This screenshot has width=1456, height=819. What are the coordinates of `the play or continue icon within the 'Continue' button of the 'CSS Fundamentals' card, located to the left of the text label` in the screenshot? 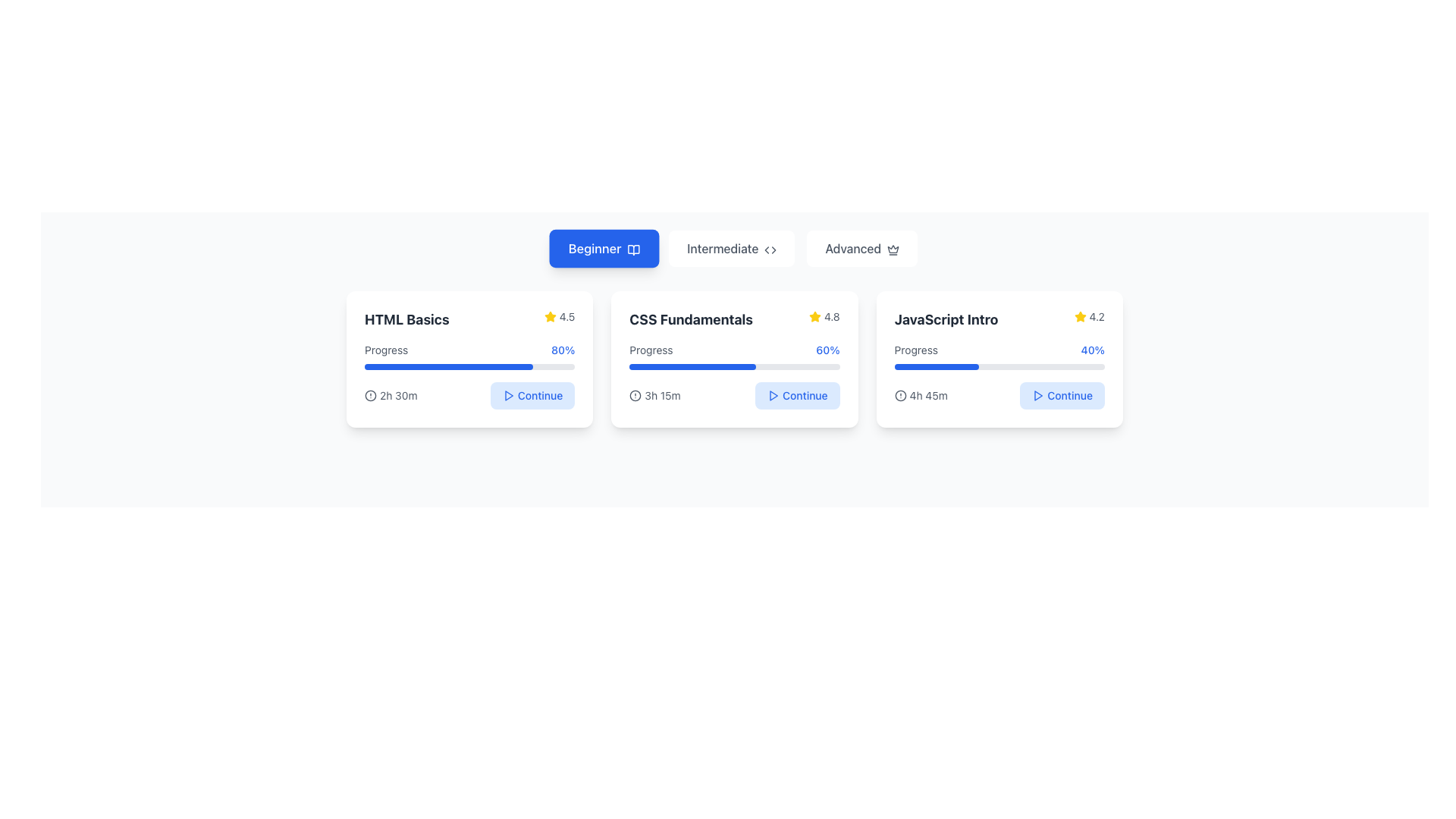 It's located at (773, 394).